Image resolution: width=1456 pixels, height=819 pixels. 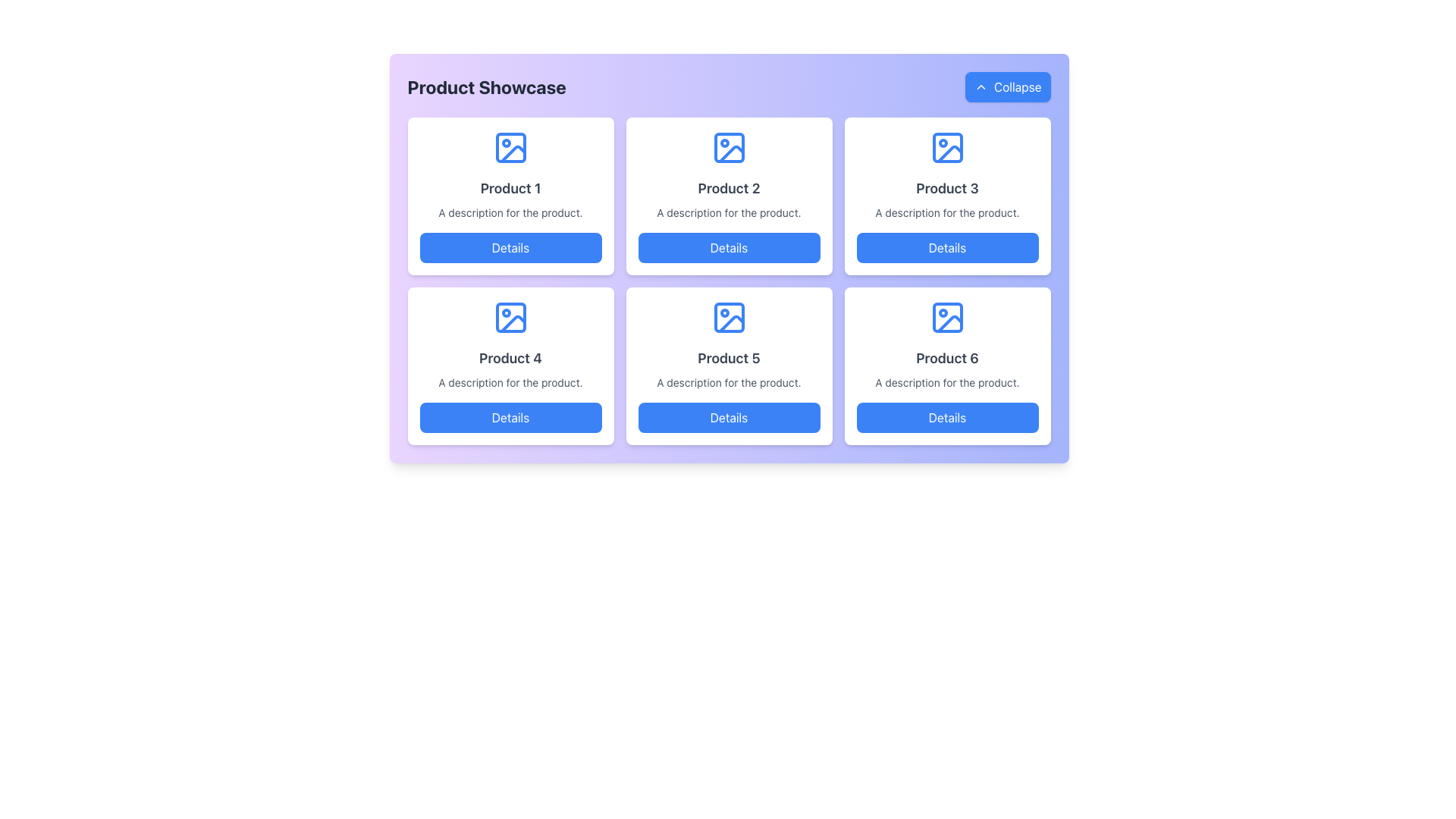 I want to click on the static text label that reads 'A description for the product.' located below the title 'Product 6' and above the blue 'Details' button, so click(x=946, y=382).